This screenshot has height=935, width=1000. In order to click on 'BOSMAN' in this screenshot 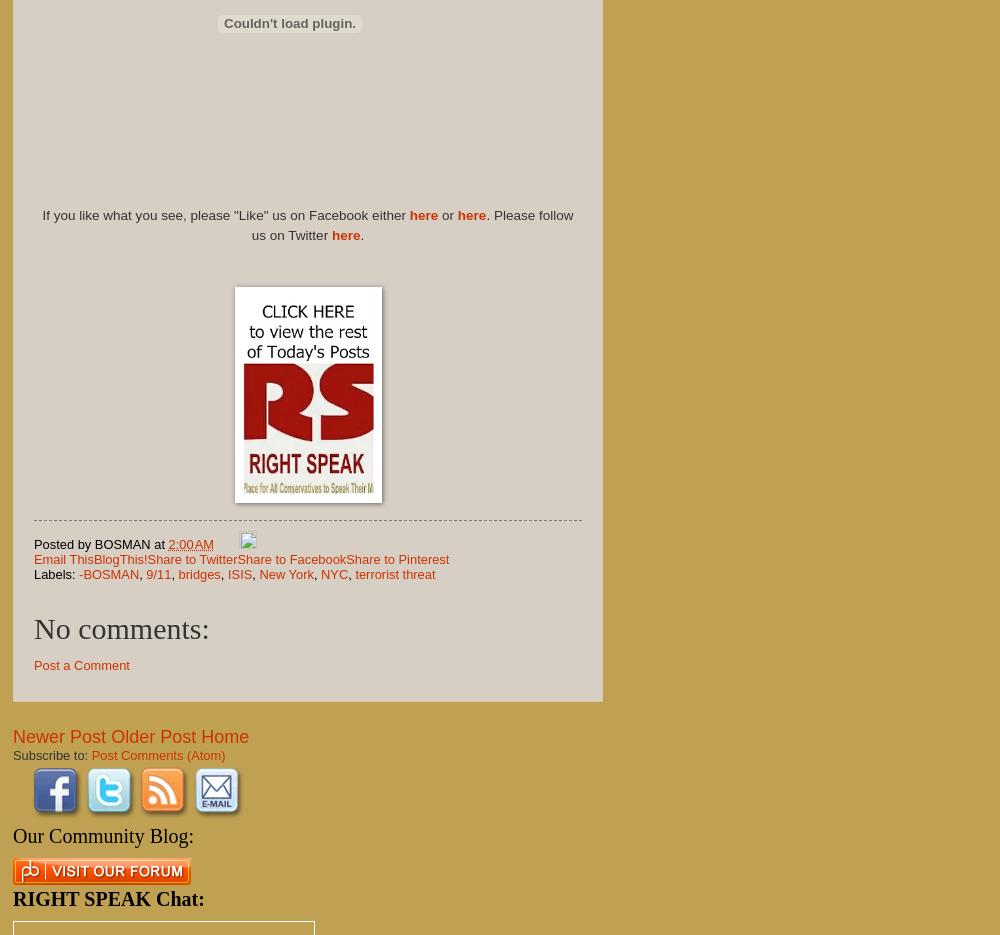, I will do `click(121, 542)`.